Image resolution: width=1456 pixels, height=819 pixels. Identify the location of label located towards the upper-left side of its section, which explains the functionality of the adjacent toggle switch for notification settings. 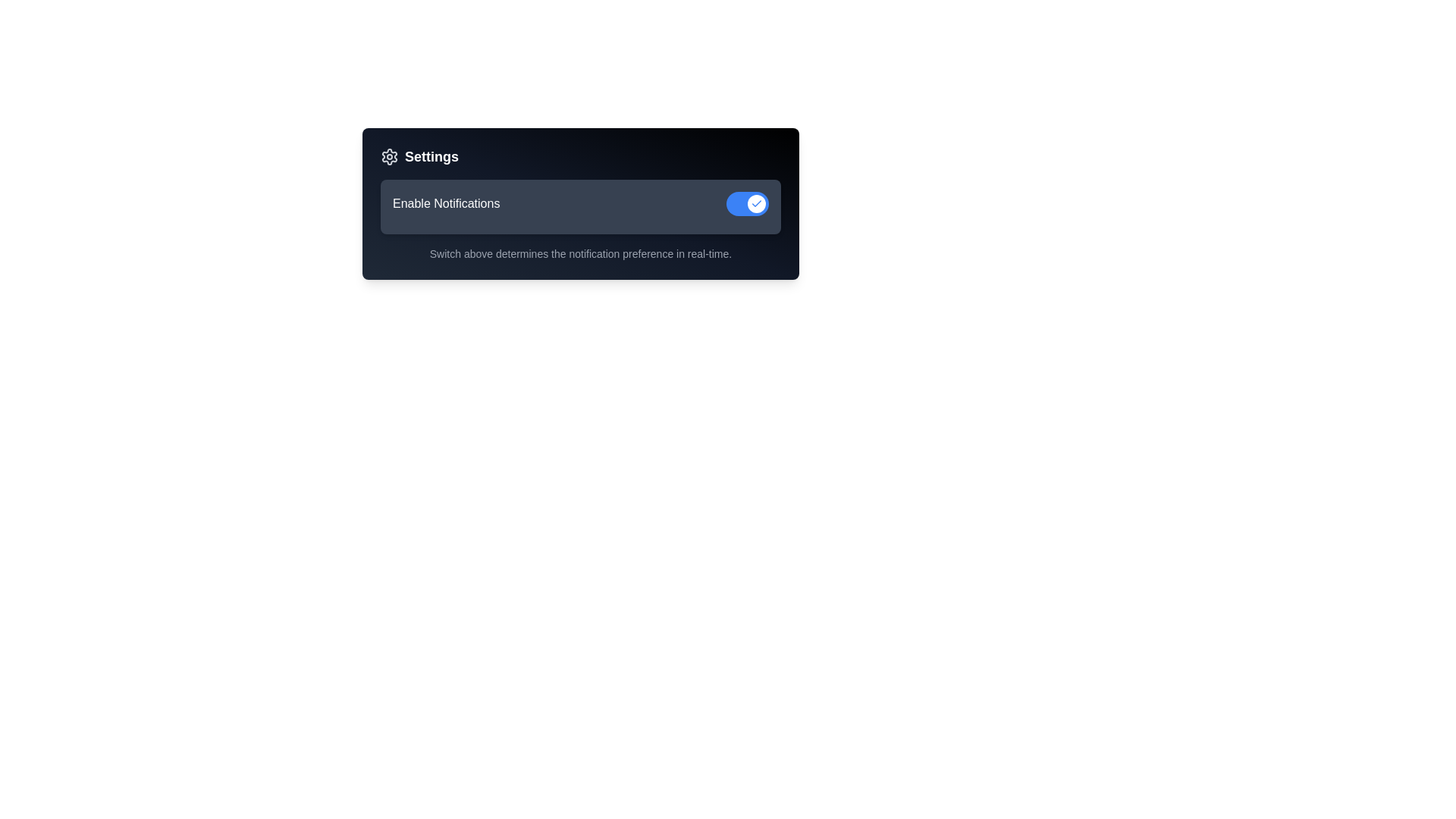
(445, 203).